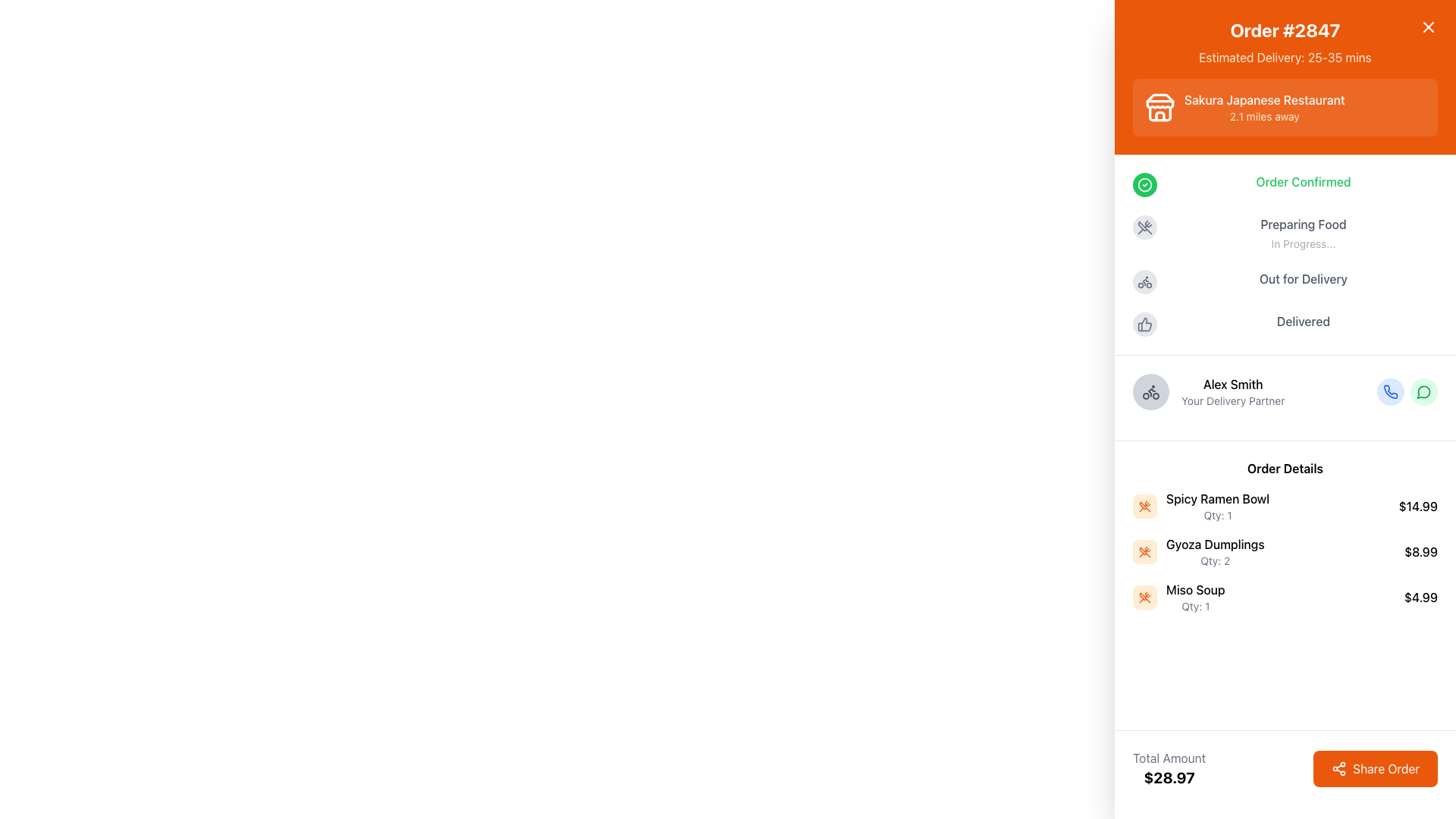 The image size is (1456, 819). What do you see at coordinates (1284, 324) in the screenshot?
I see `the Progress step element that displays the text 'Delivered' next to a thumbs-up icon, located at the bottom of the order progress stack` at bounding box center [1284, 324].